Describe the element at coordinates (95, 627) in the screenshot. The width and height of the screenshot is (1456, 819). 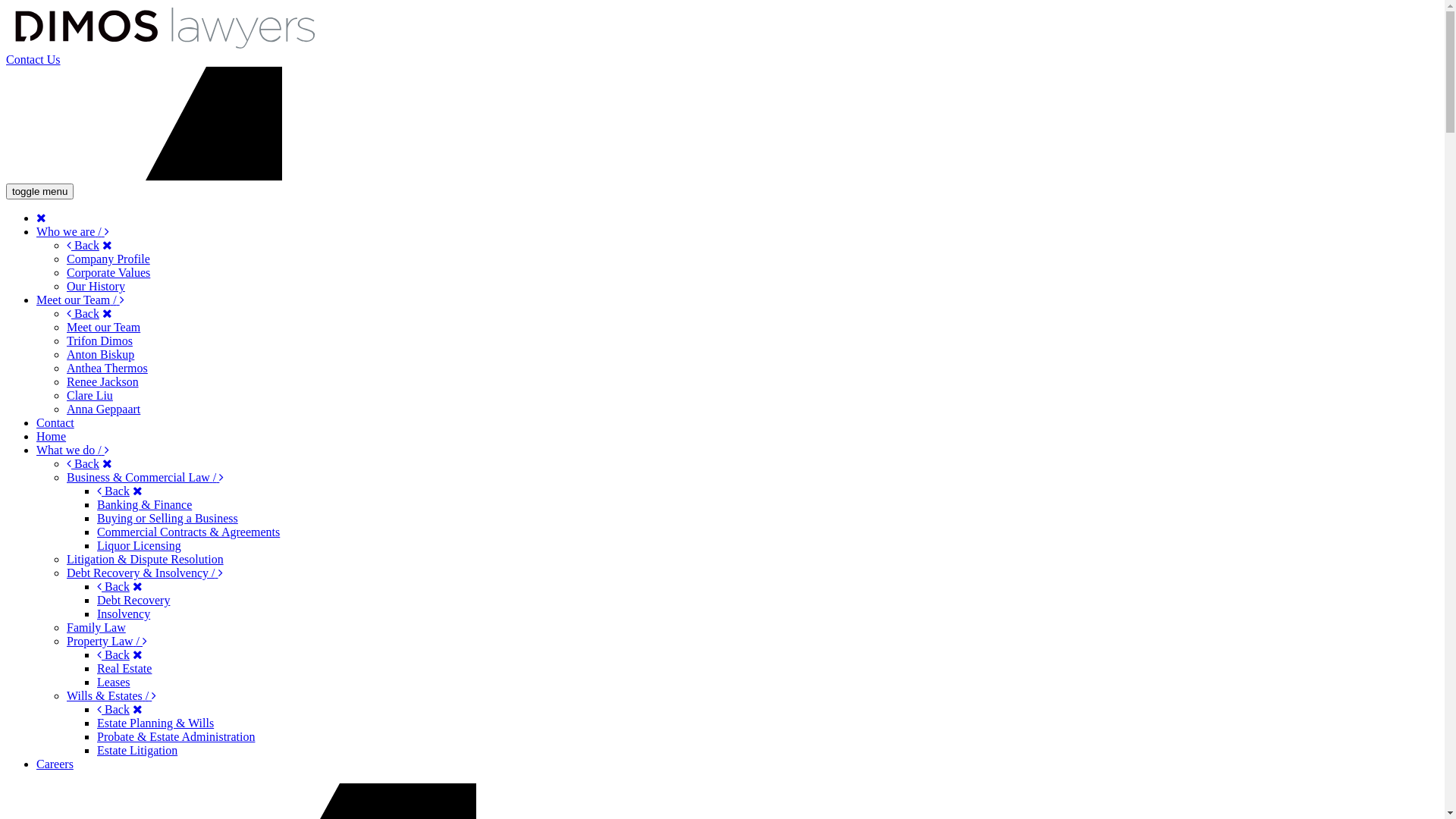
I see `'Family Law'` at that location.